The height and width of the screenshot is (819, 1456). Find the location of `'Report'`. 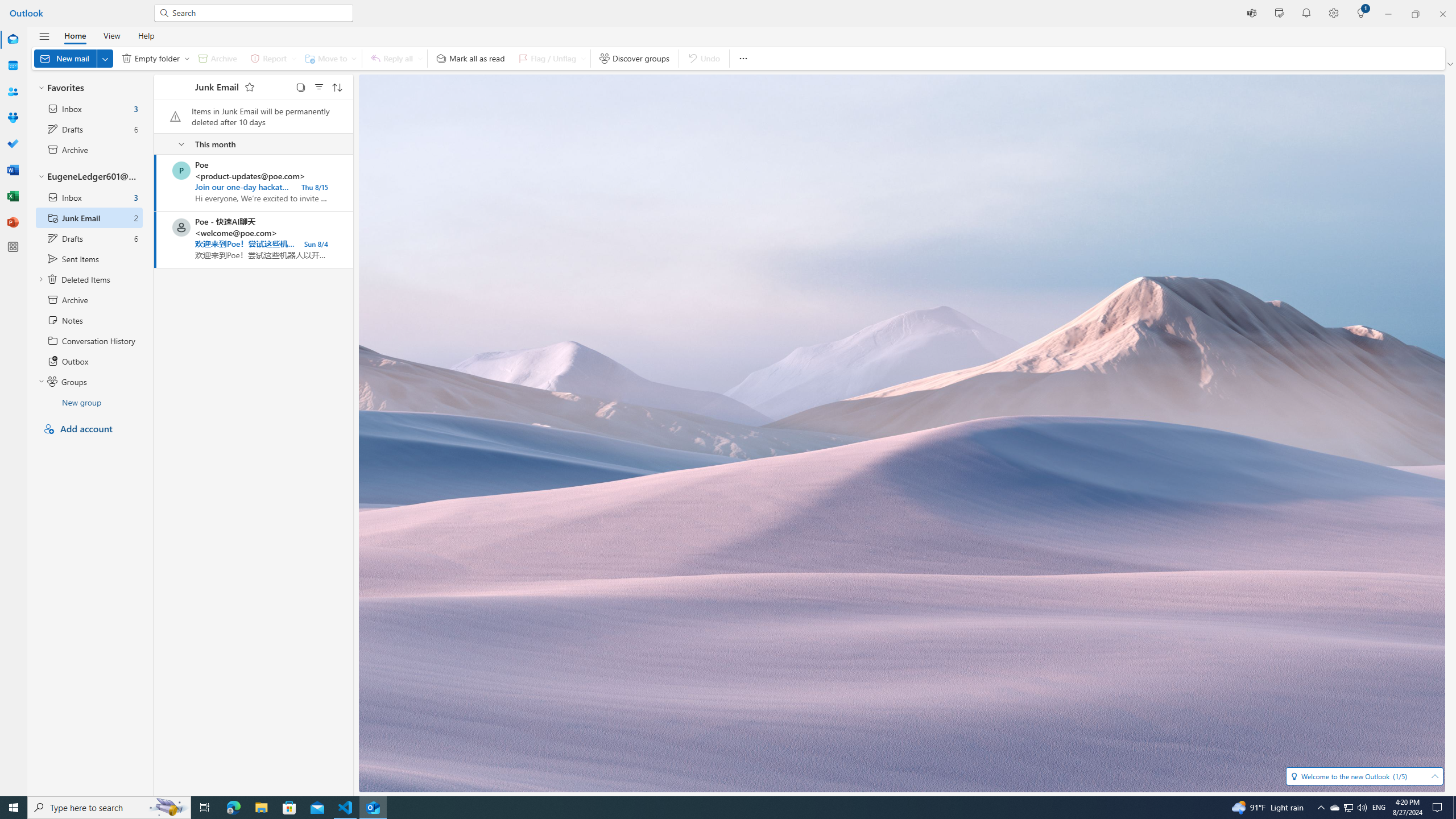

'Report' is located at coordinates (271, 58).